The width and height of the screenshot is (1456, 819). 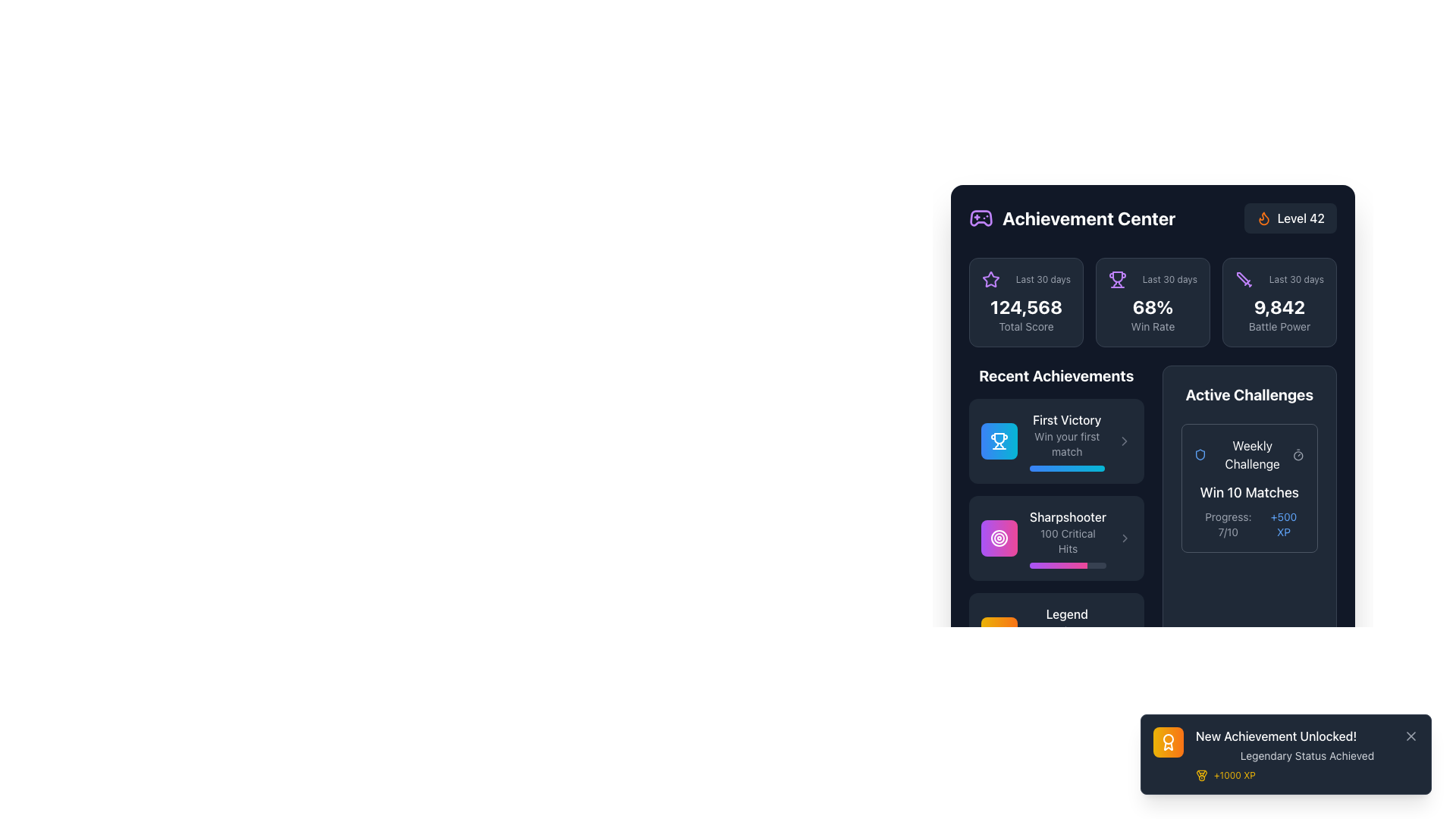 I want to click on the Statistical display unit in the Achievement Center section that shows the user's total score for the past 30 days, located in the upper-left corner among the stats cards, so click(x=1026, y=314).